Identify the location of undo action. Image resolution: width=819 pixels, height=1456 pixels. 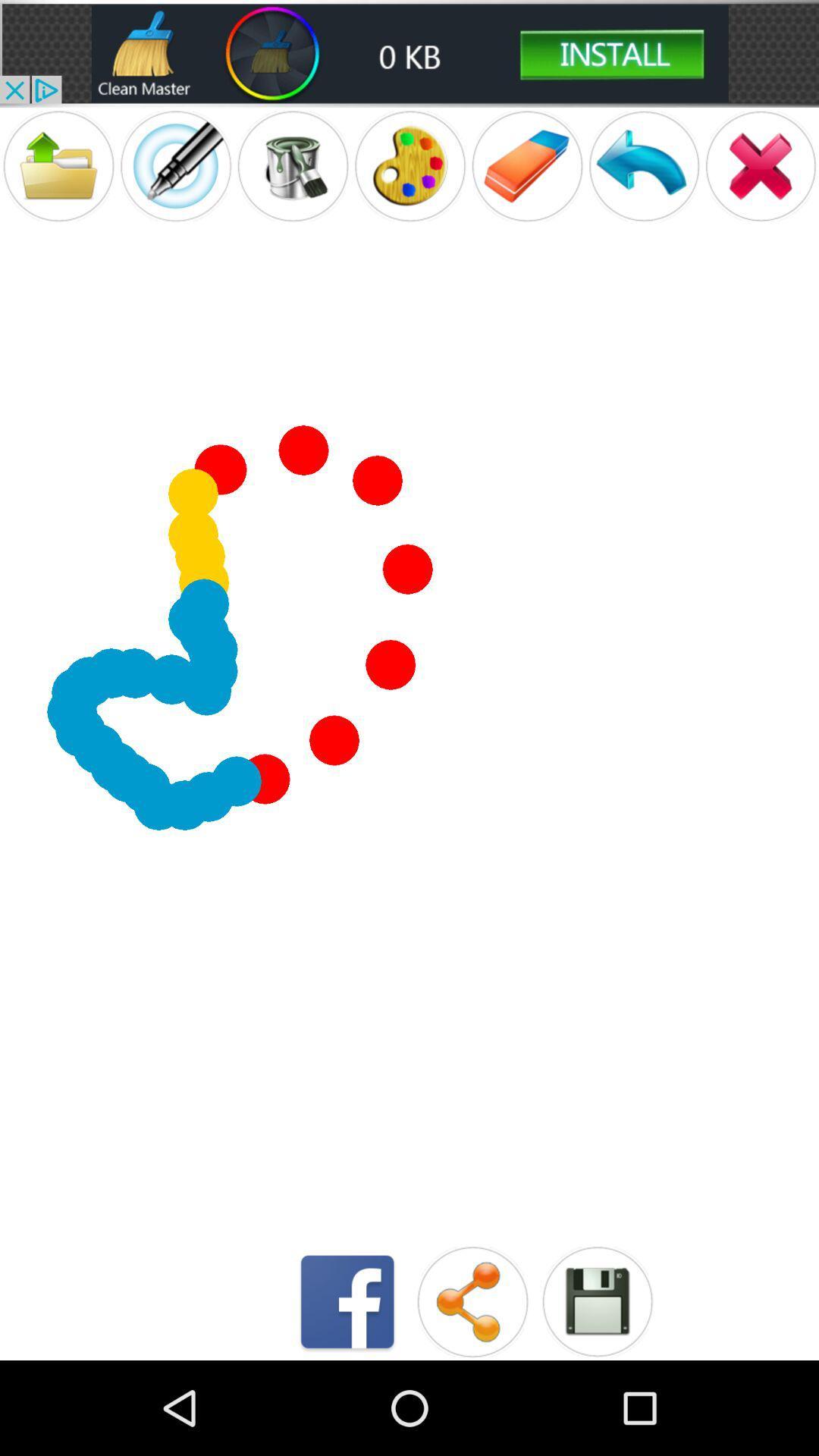
(644, 166).